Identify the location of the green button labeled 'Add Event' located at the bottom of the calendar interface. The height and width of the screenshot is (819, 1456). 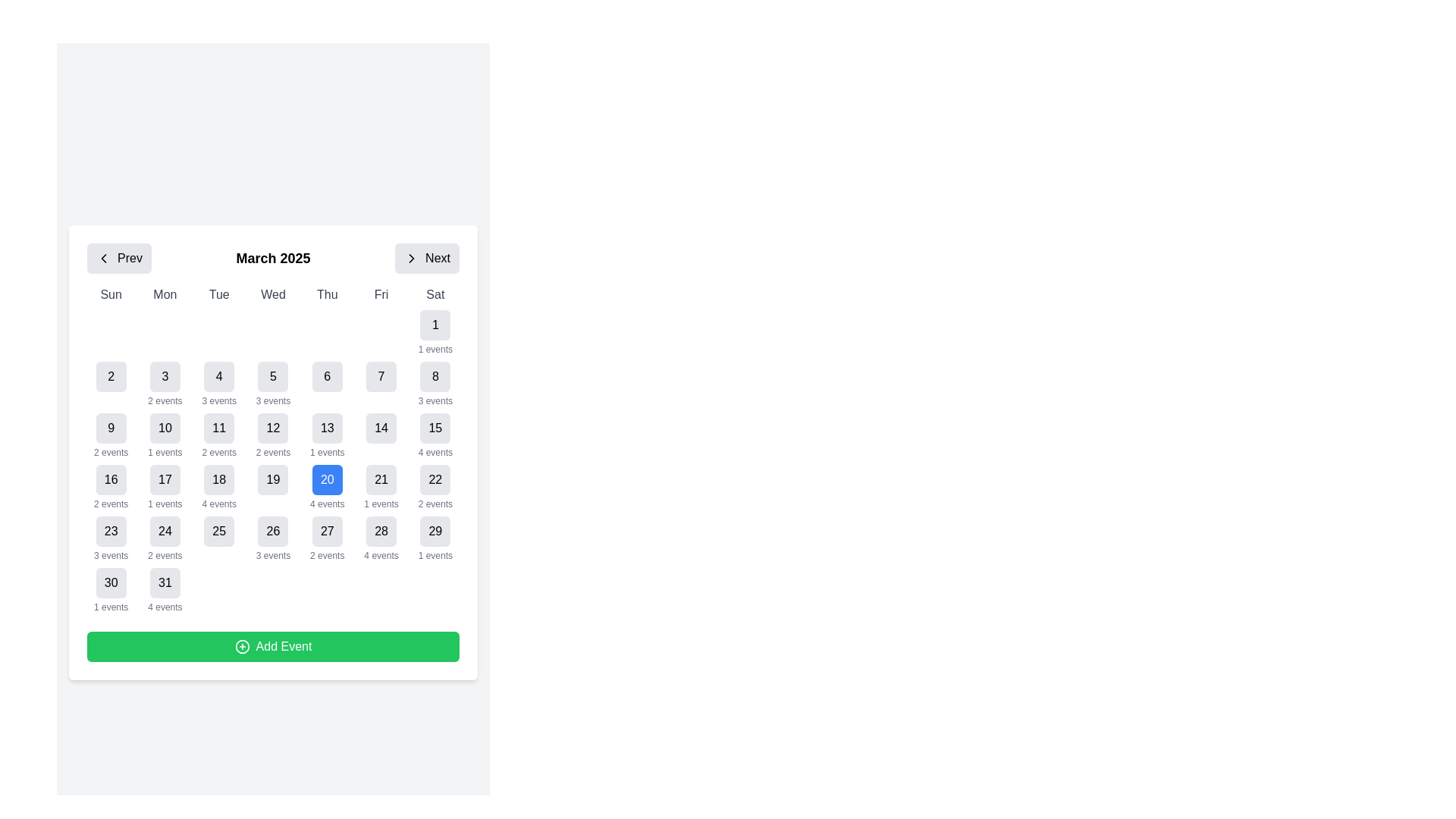
(273, 646).